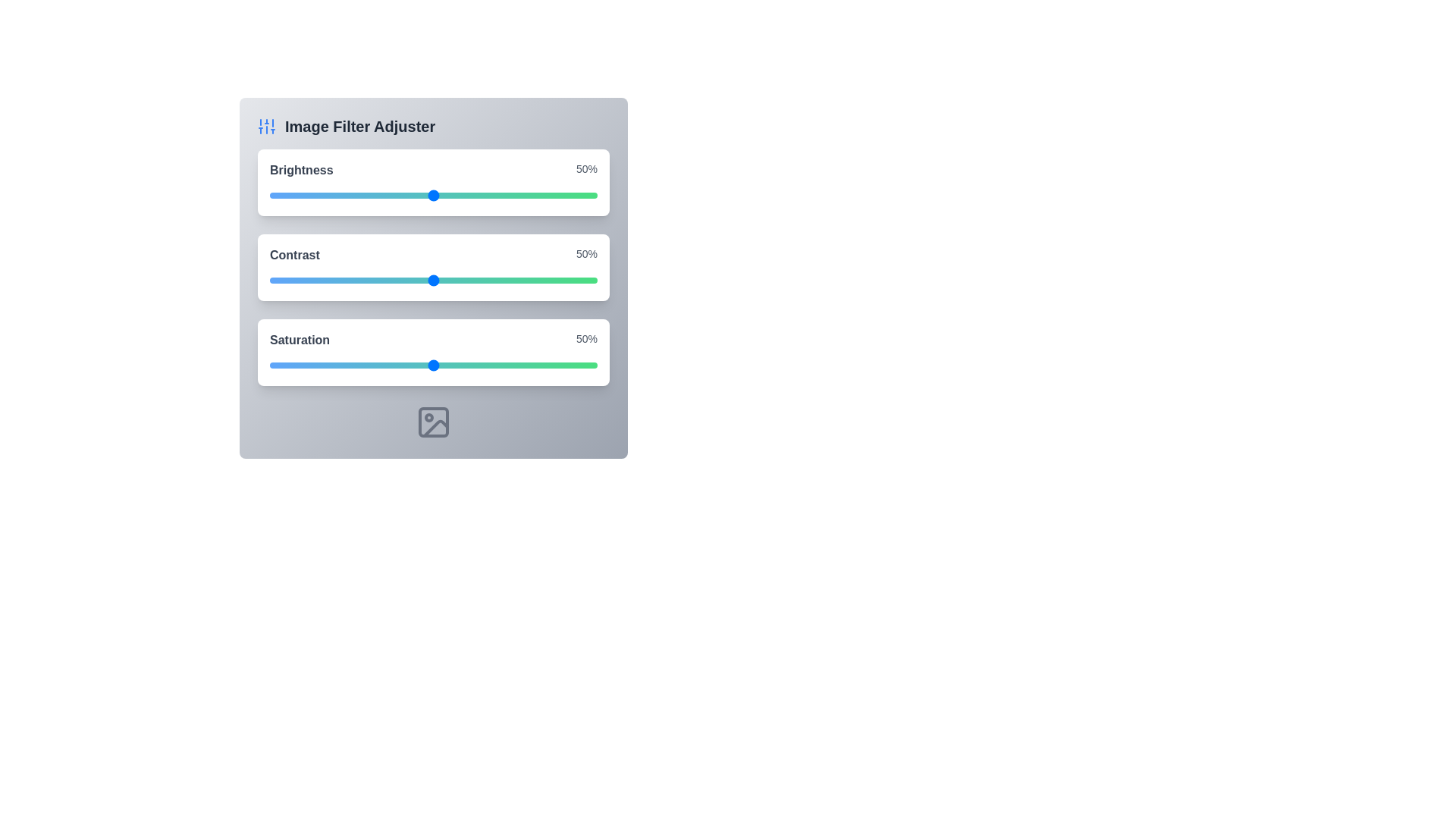 The width and height of the screenshot is (1456, 819). I want to click on the contrast slider to 20%, so click(334, 281).